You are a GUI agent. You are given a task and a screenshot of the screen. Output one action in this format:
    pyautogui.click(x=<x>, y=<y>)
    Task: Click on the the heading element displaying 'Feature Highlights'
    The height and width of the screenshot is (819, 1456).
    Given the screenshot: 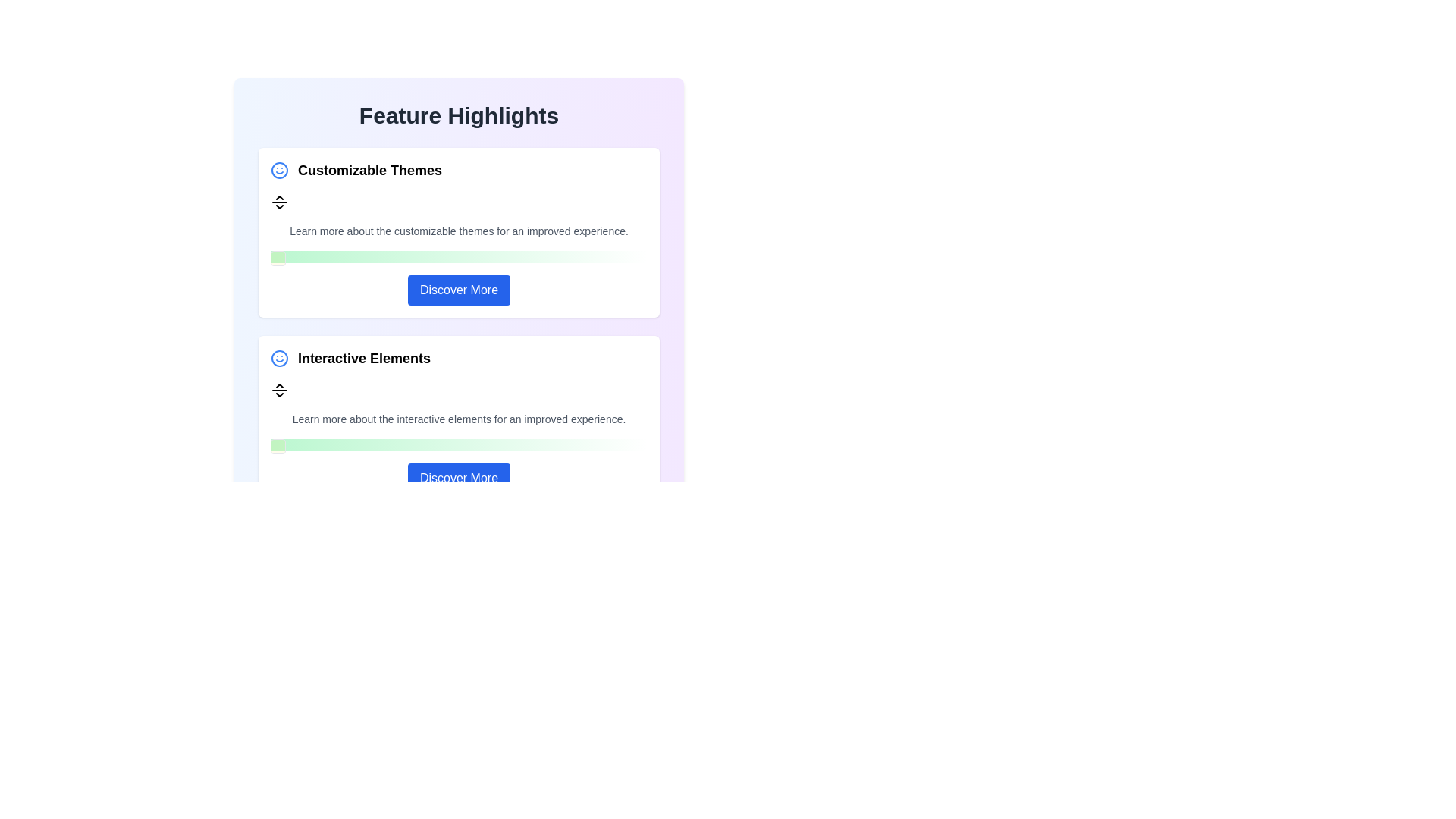 What is the action you would take?
    pyautogui.click(x=458, y=115)
    